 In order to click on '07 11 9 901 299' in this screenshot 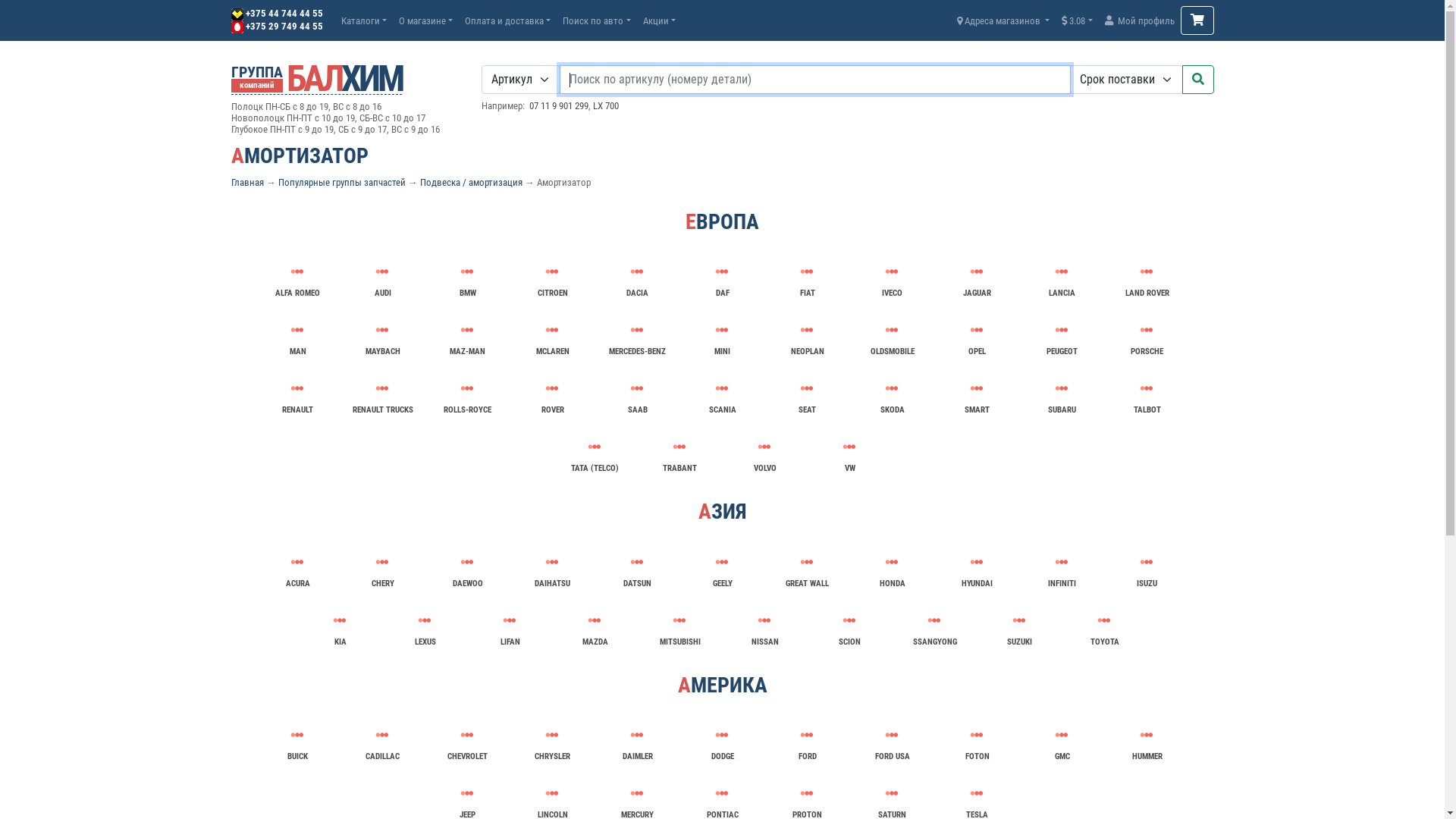, I will do `click(558, 105)`.